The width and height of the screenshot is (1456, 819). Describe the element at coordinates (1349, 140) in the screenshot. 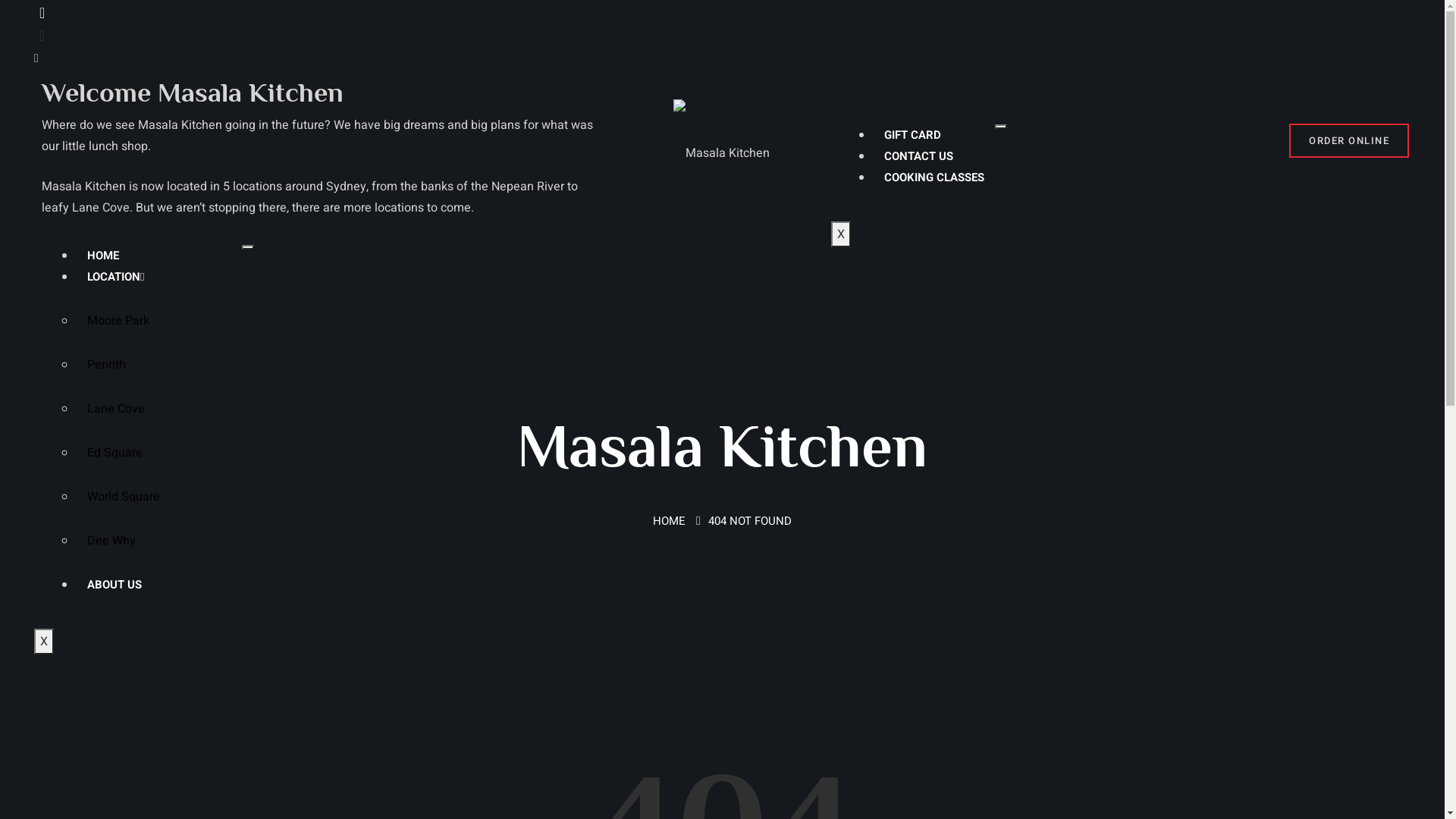

I see `'ORDER ONLINE'` at that location.